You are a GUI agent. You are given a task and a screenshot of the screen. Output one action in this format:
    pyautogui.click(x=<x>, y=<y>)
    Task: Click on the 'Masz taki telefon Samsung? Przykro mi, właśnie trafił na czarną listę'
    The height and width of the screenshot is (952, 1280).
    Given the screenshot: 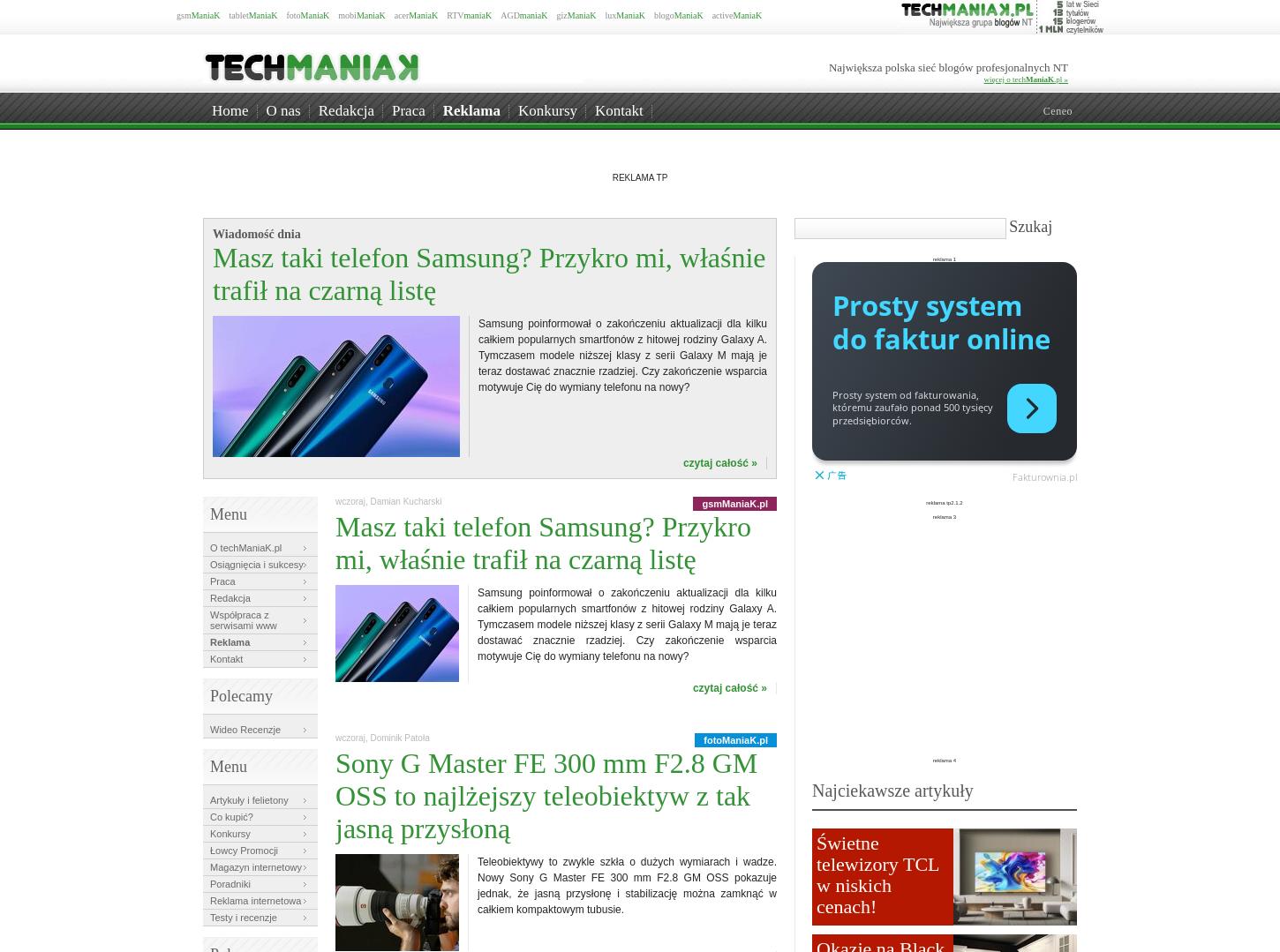 What is the action you would take?
    pyautogui.click(x=489, y=273)
    